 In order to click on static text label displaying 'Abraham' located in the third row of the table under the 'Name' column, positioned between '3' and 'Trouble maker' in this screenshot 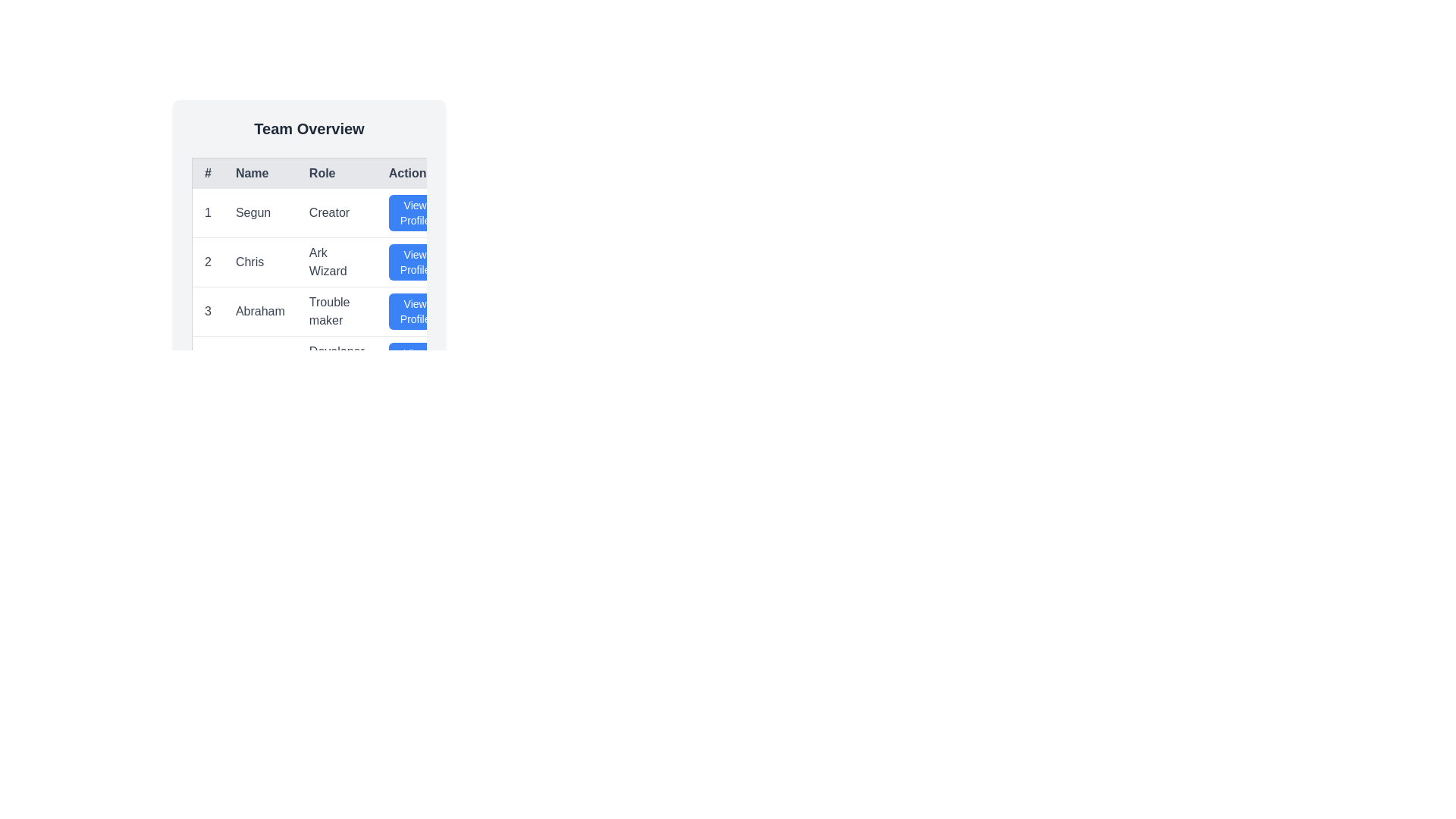, I will do `click(260, 311)`.